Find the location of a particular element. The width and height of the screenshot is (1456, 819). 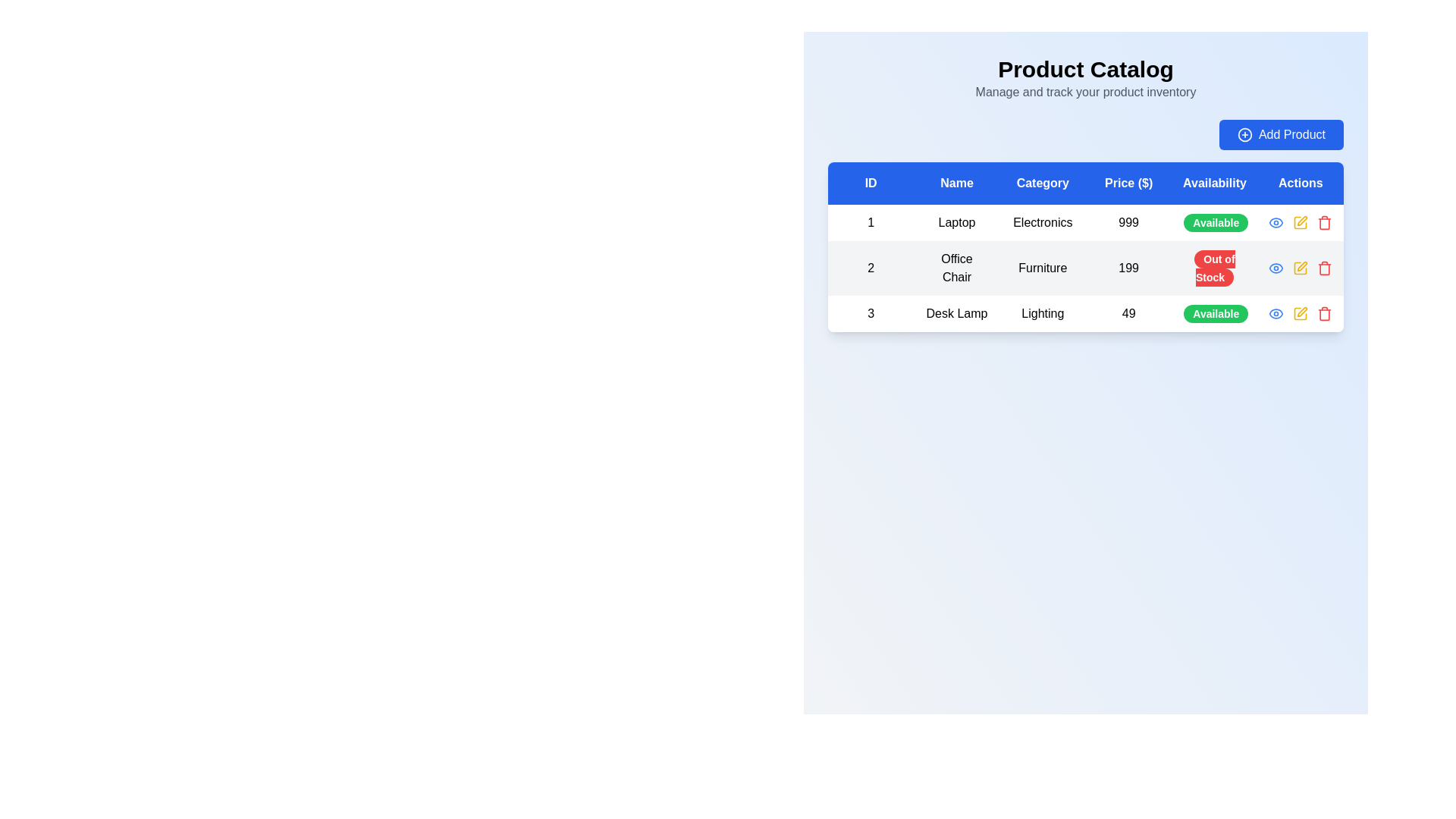

the yellow pencil icon representing the 'Edit' action, which is the second icon from the left in the 'Actions' column of the third row in the product table is located at coordinates (1300, 312).